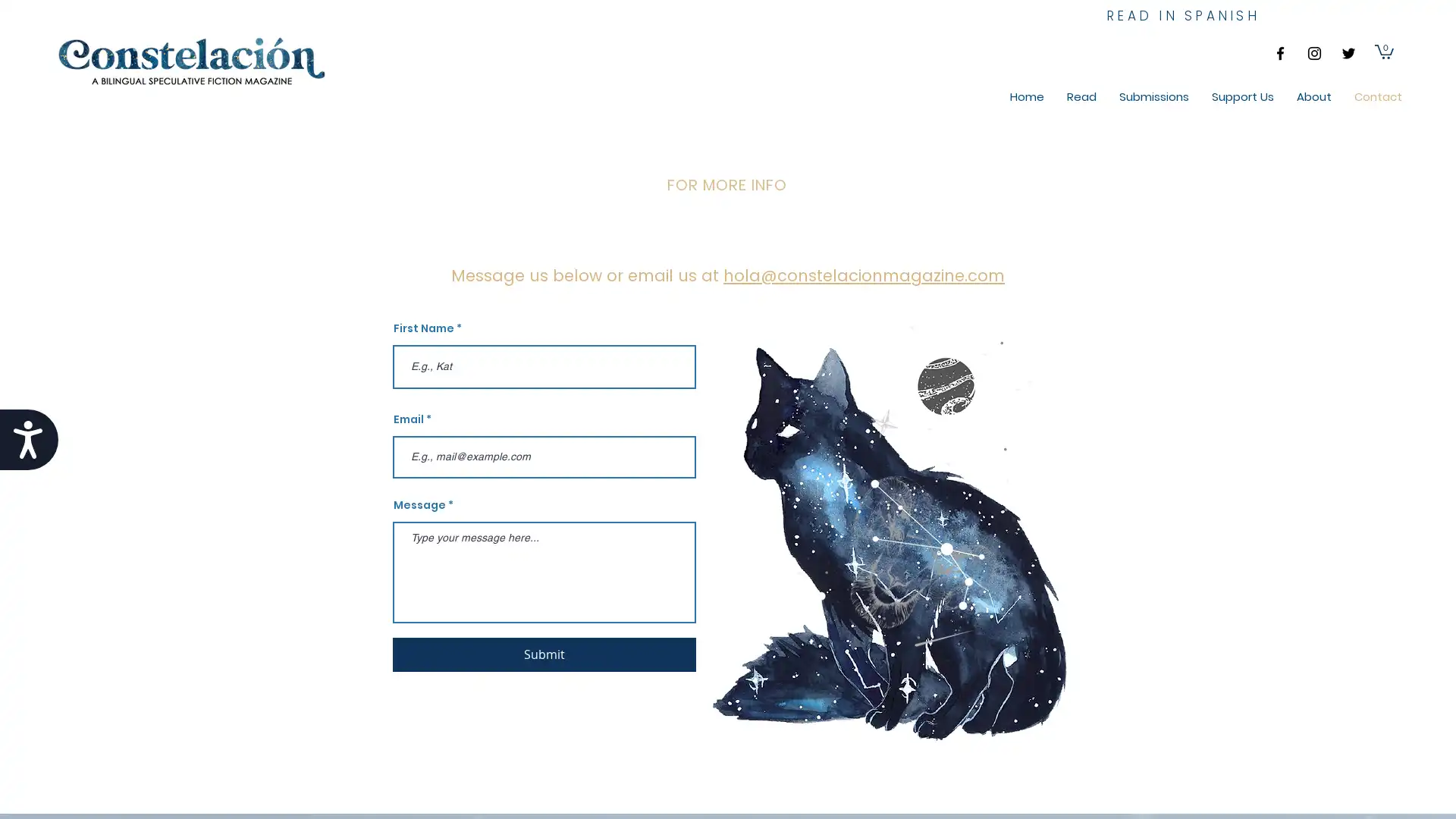 The image size is (1456, 819). I want to click on Accept, so click(1388, 792).